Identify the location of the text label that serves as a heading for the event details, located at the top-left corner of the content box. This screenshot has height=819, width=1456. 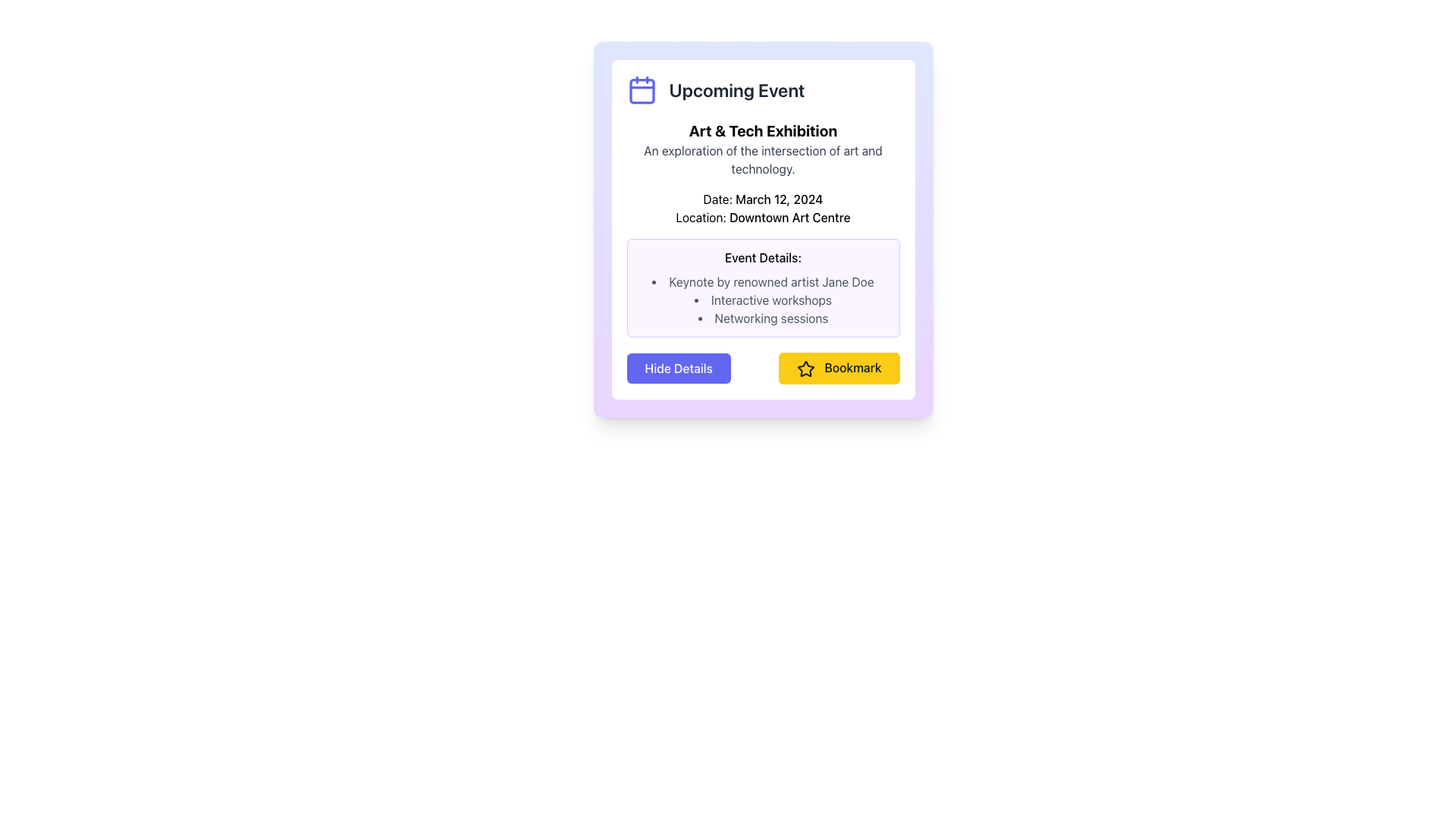
(763, 256).